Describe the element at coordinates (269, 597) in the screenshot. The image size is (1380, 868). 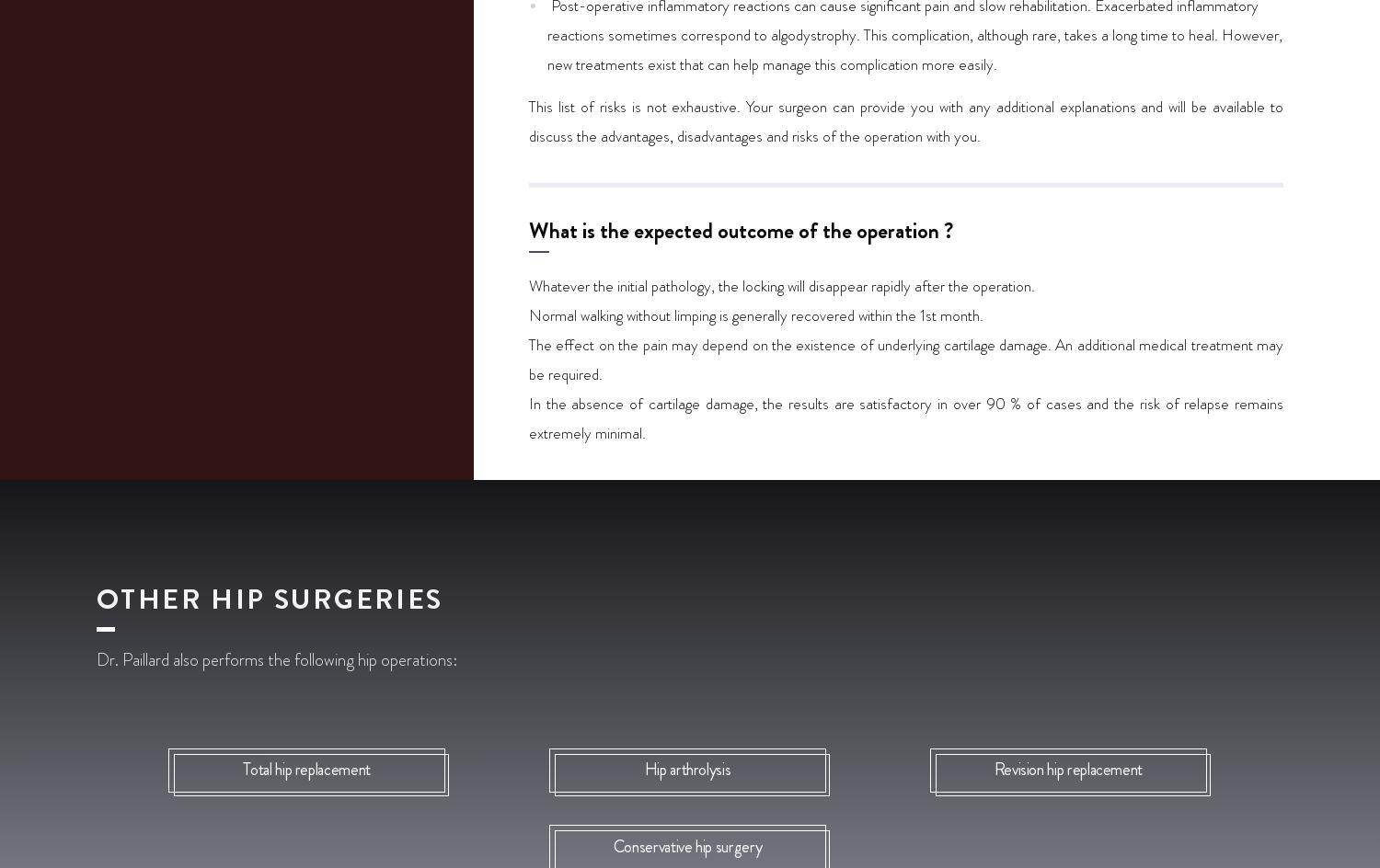
I see `'Other hip surgeries'` at that location.